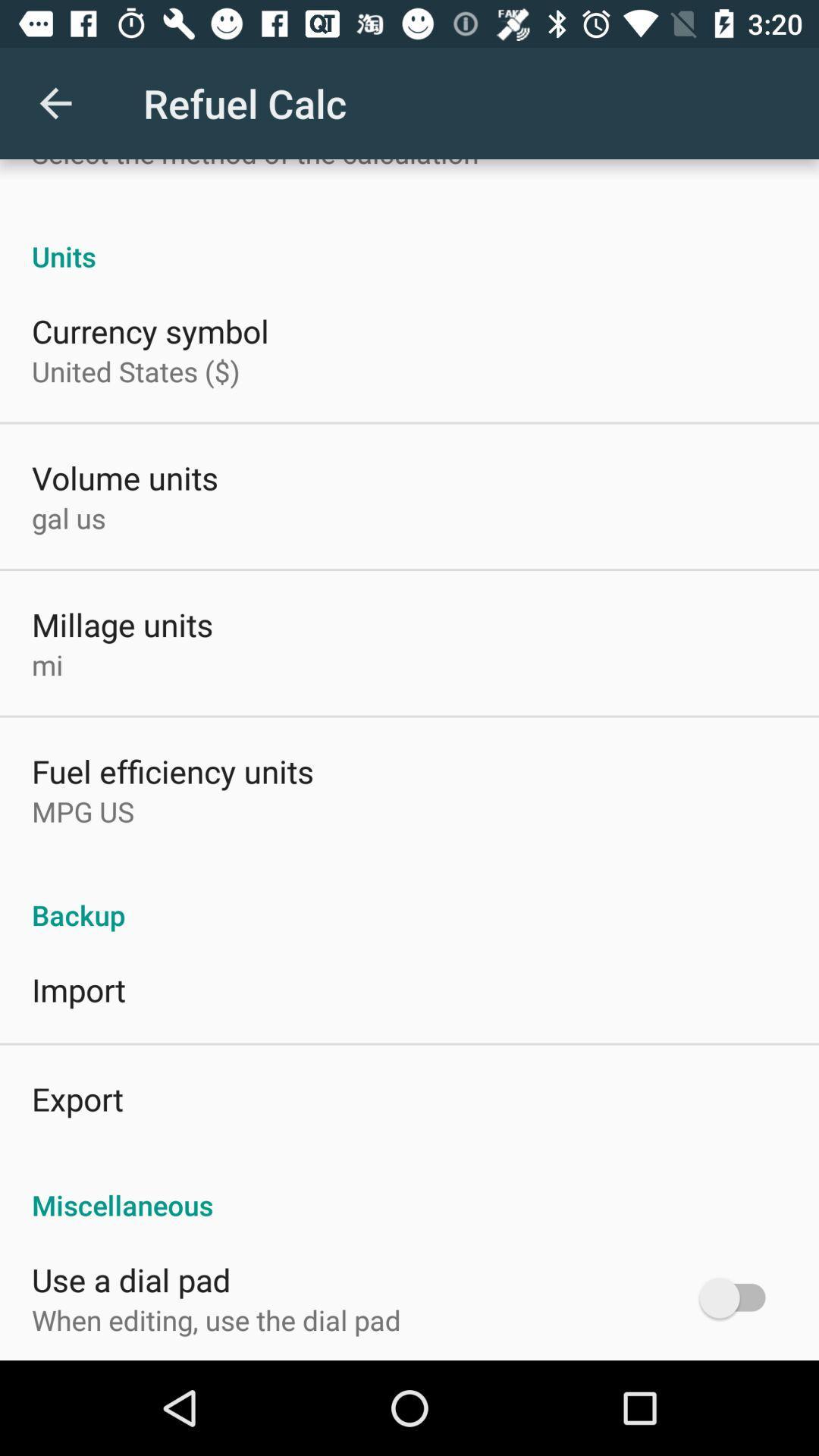 The width and height of the screenshot is (819, 1456). Describe the element at coordinates (46, 664) in the screenshot. I see `mi` at that location.